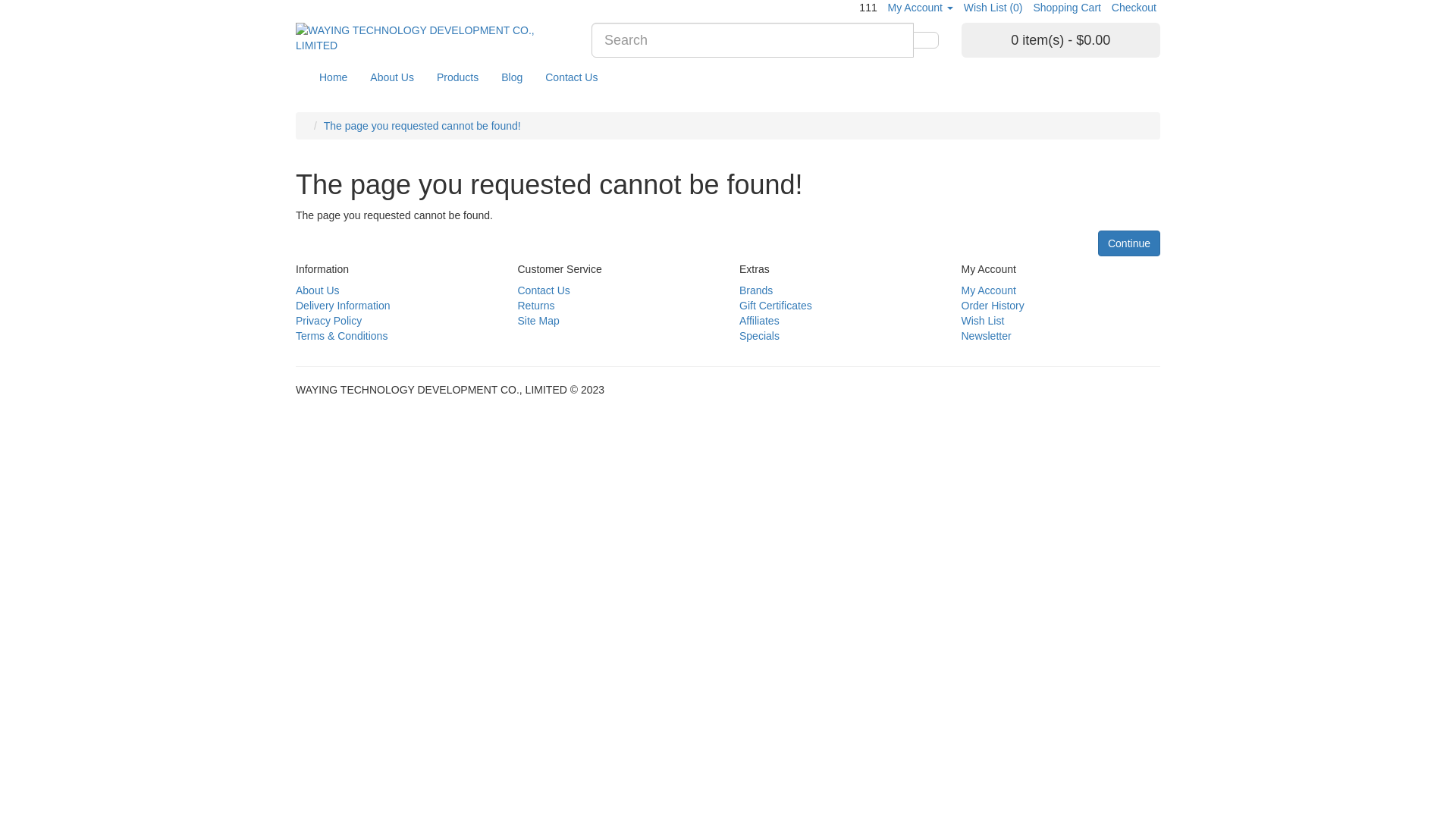  Describe the element at coordinates (431, 37) in the screenshot. I see `'WAYING TECHNOLOGY DEVELOPMENT CO., LIMITED'` at that location.